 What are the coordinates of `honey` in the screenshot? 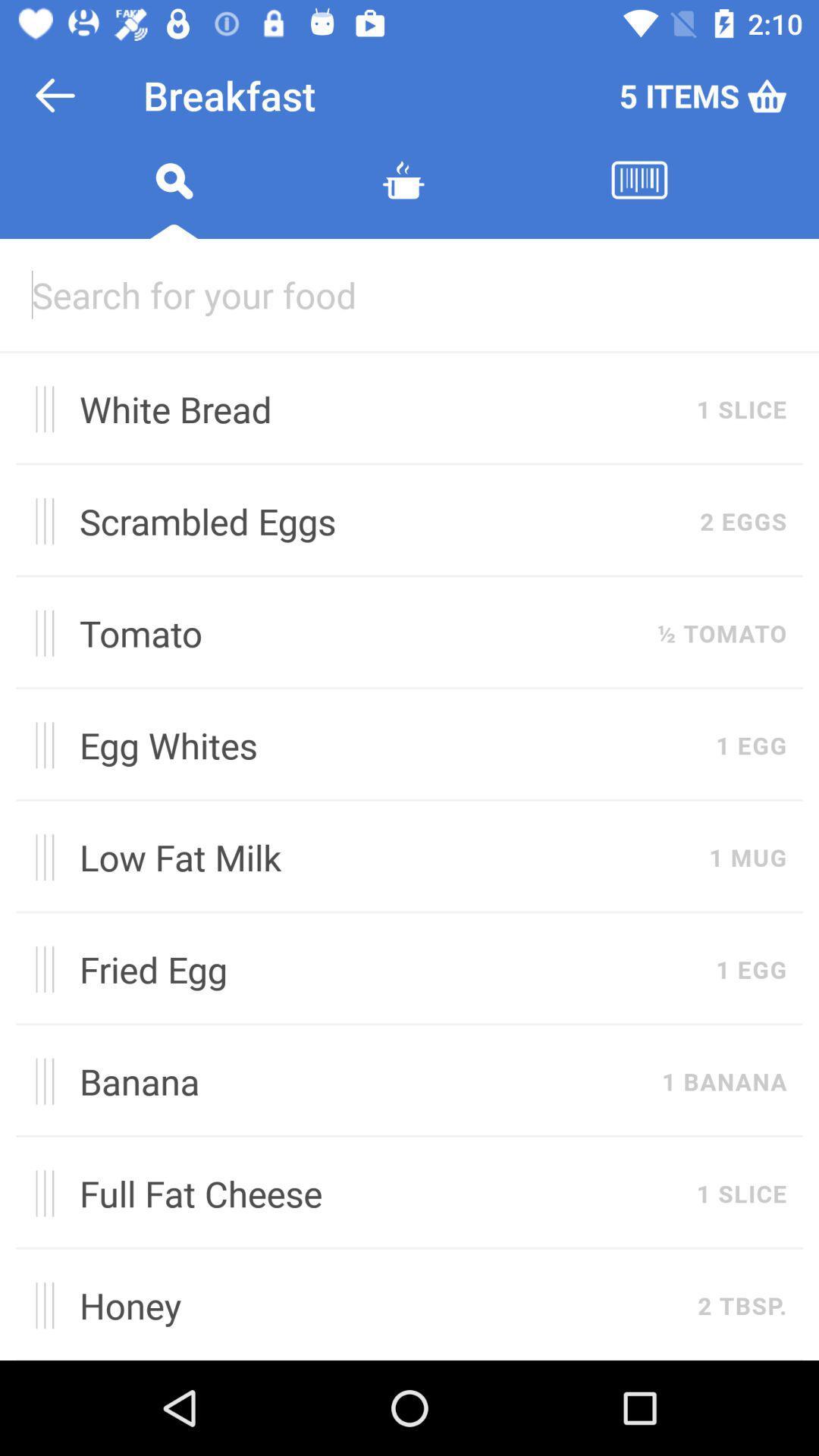 It's located at (379, 1304).